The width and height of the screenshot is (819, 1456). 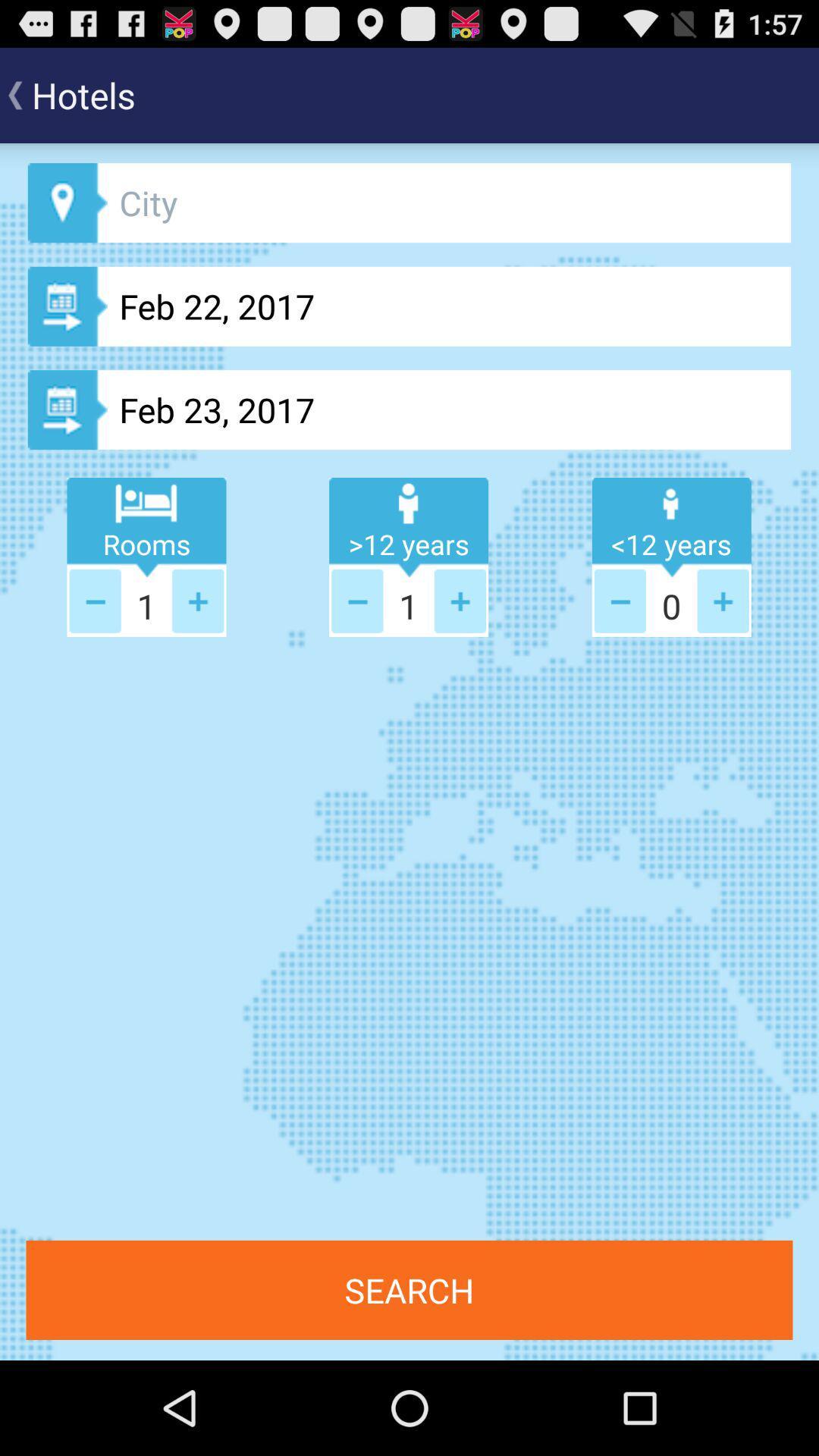 What do you see at coordinates (620, 600) in the screenshot?
I see `minus the value` at bounding box center [620, 600].